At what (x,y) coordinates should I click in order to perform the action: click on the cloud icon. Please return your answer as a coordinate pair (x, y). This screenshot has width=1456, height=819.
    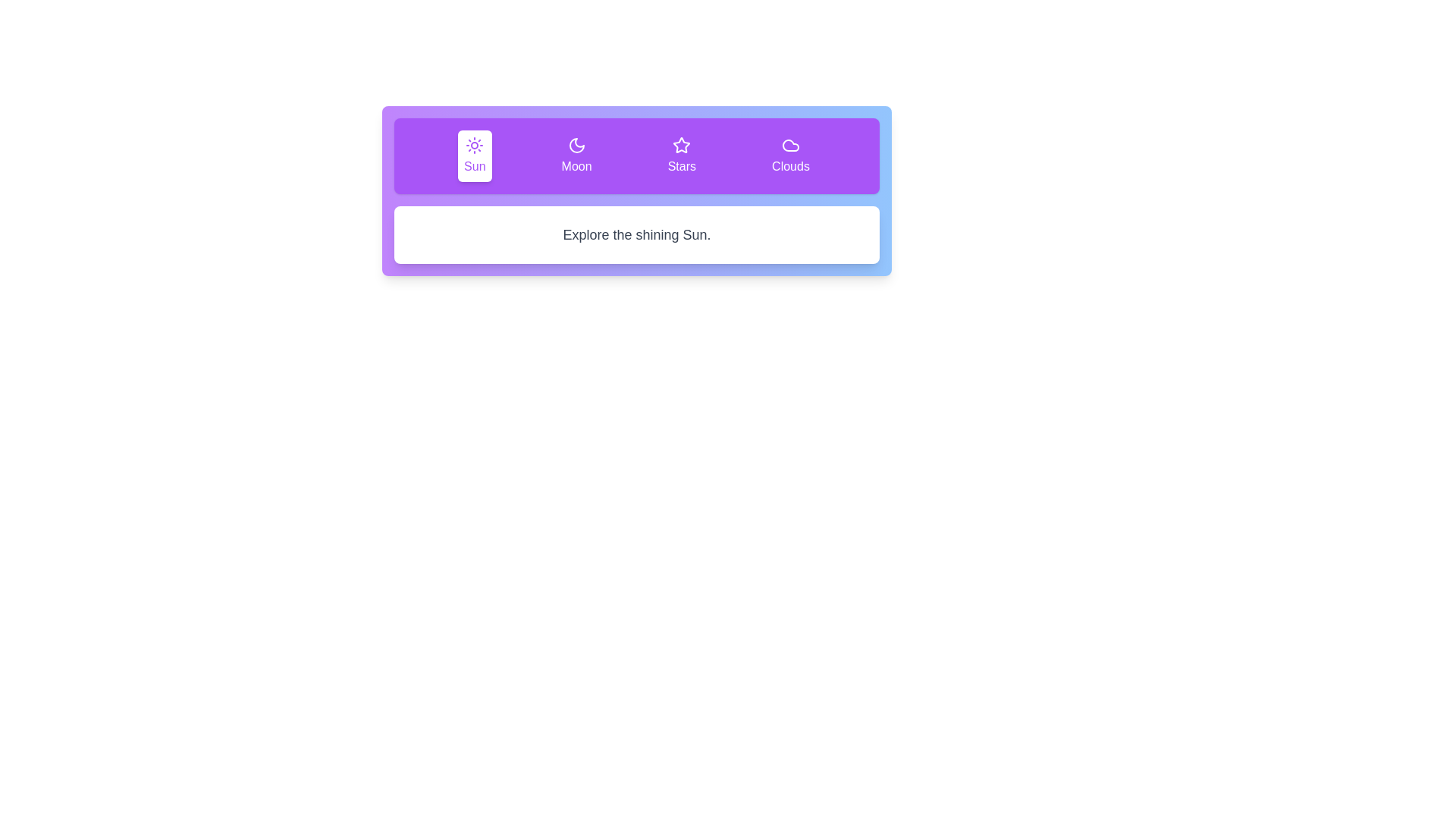
    Looking at the image, I should click on (789, 146).